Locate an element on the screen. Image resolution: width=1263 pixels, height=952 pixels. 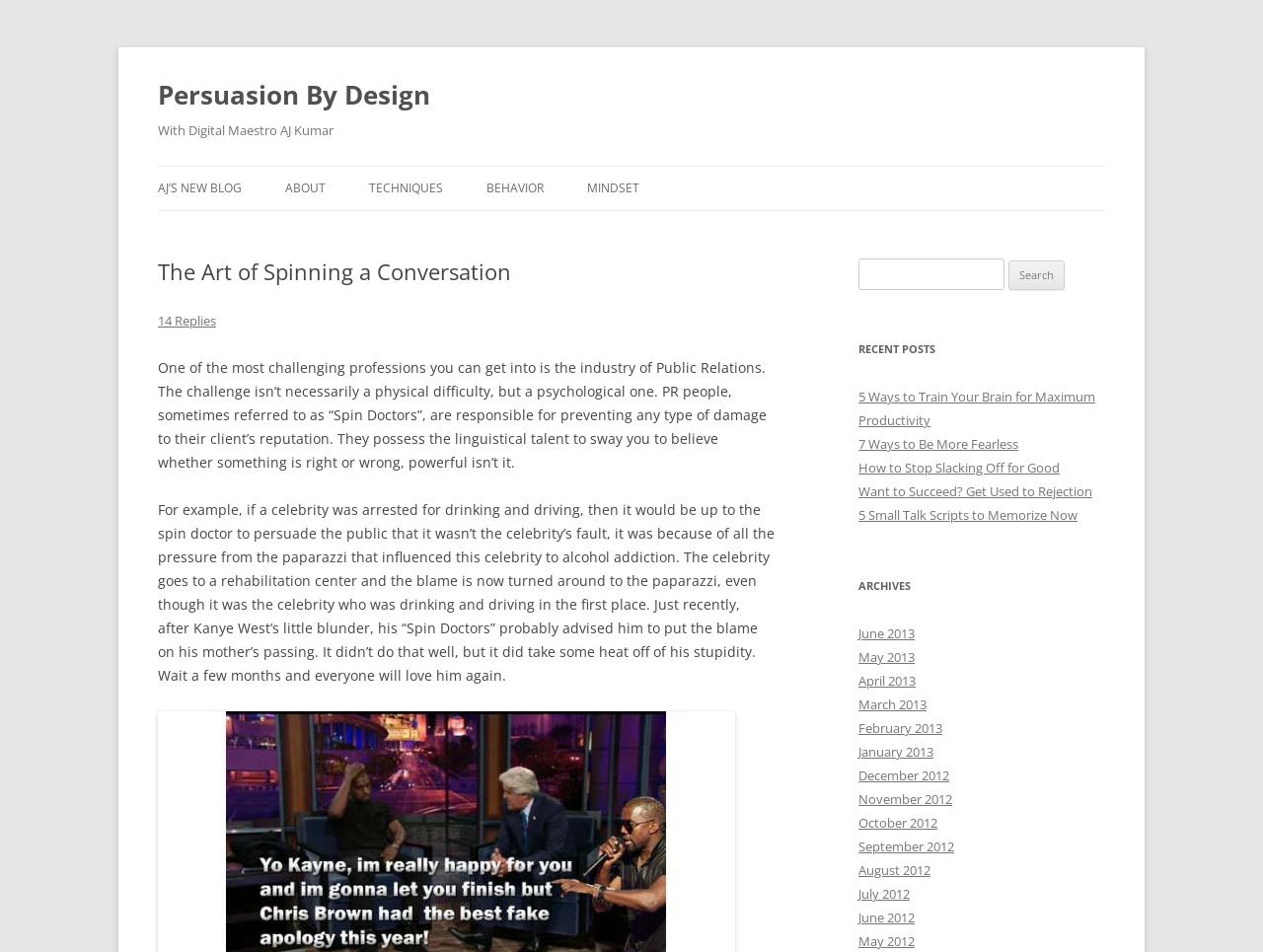
'5 Small Talk Scripts to Memorize Now' is located at coordinates (967, 513).